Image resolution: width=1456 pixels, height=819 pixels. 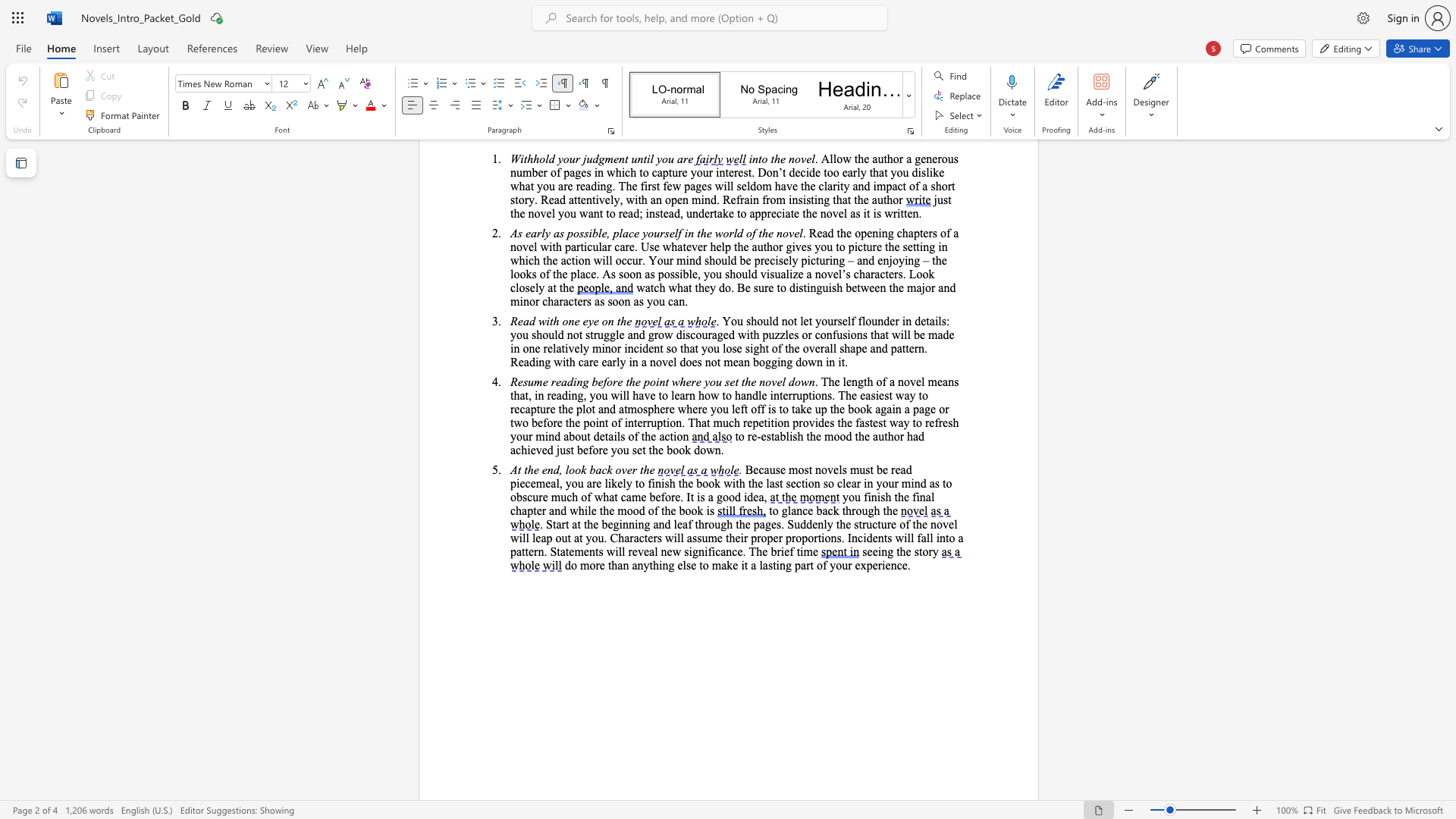 What do you see at coordinates (779, 565) in the screenshot?
I see `the subset text "ng part of your exper" within the text "do more than anything else to make it a lasting part of your experience."` at bounding box center [779, 565].